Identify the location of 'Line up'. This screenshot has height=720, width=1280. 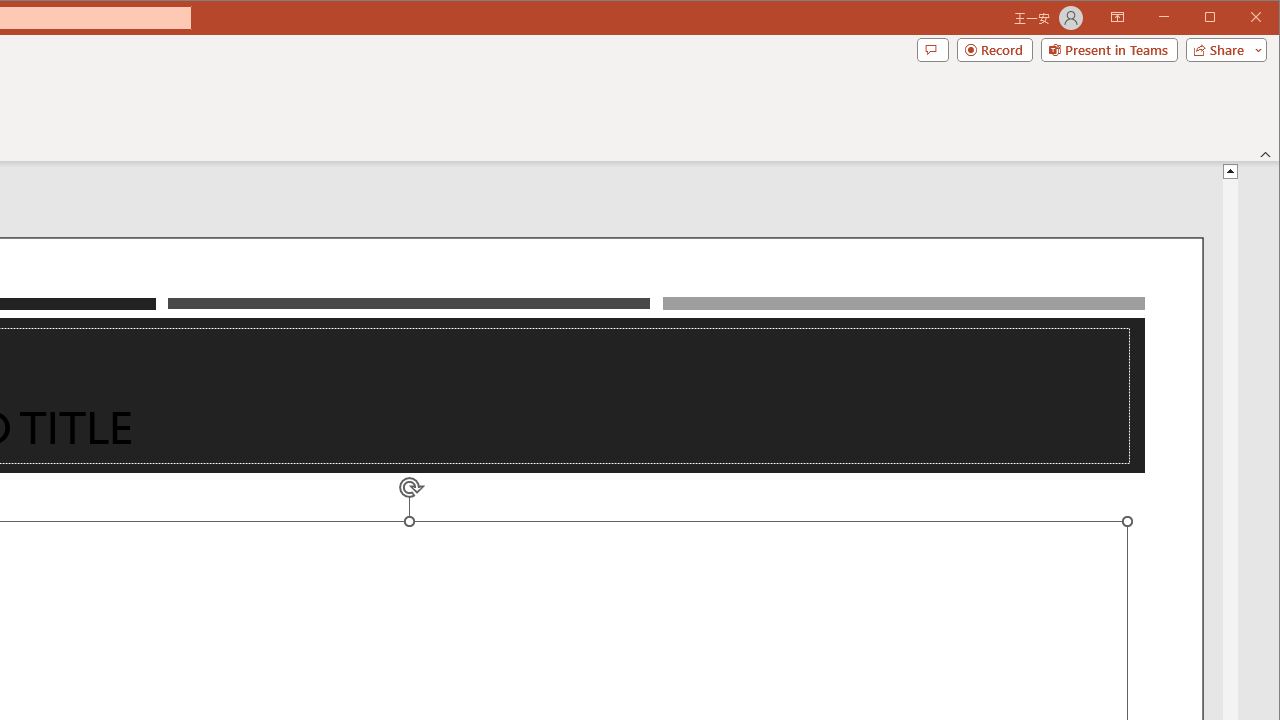
(1229, 169).